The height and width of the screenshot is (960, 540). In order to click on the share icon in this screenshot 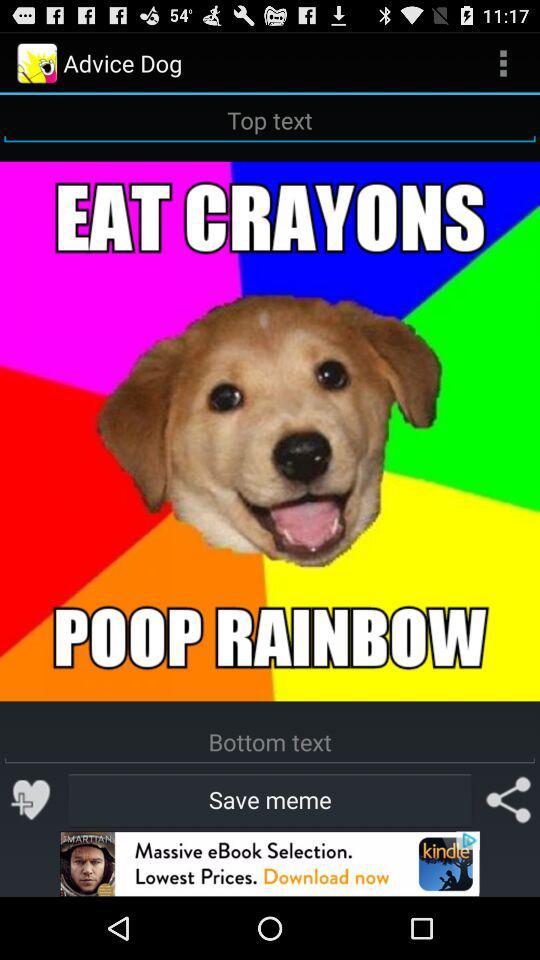, I will do `click(508, 855)`.